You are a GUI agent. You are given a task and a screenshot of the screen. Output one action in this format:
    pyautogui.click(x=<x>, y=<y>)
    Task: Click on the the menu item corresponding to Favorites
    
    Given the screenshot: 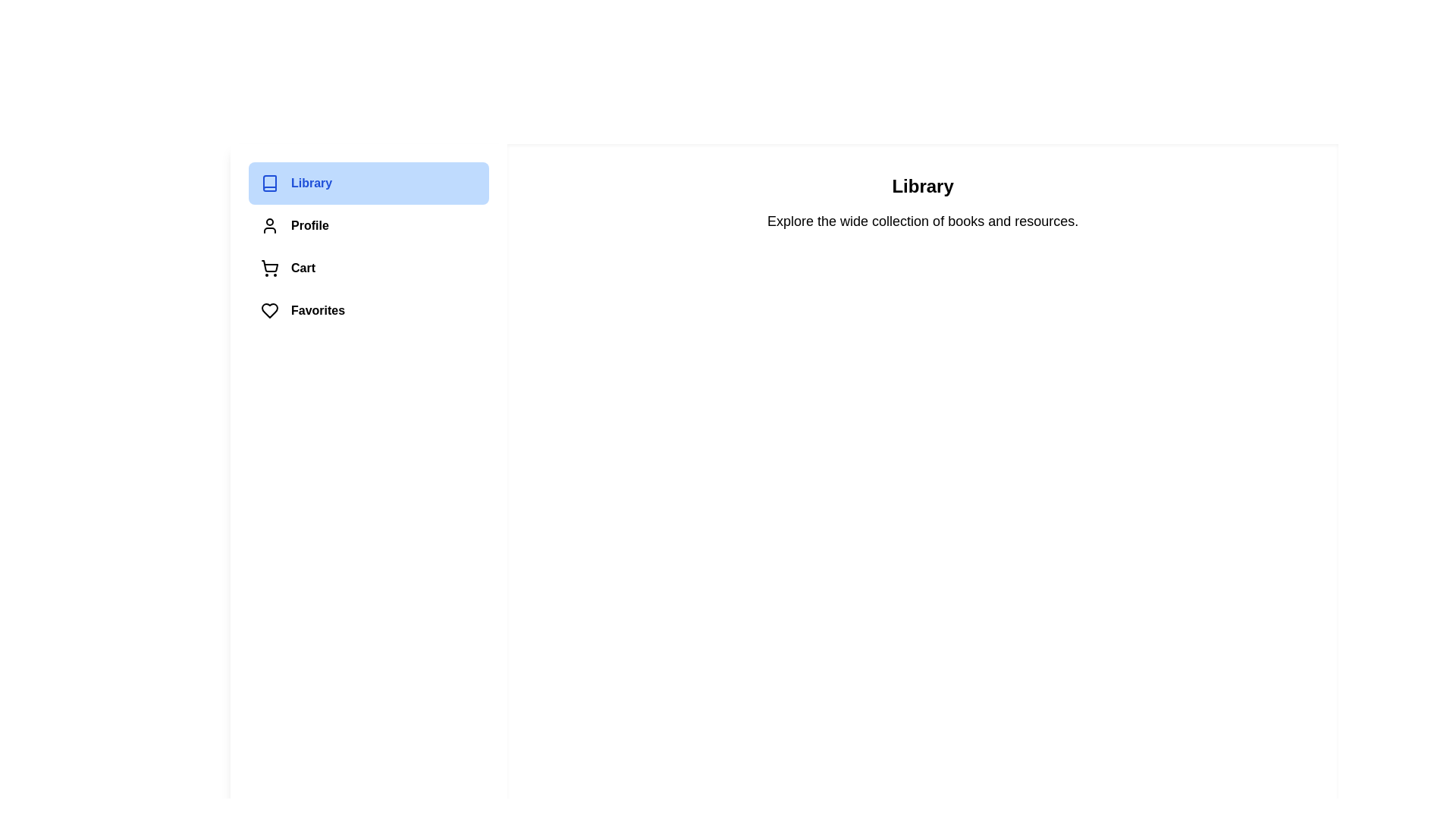 What is the action you would take?
    pyautogui.click(x=369, y=309)
    